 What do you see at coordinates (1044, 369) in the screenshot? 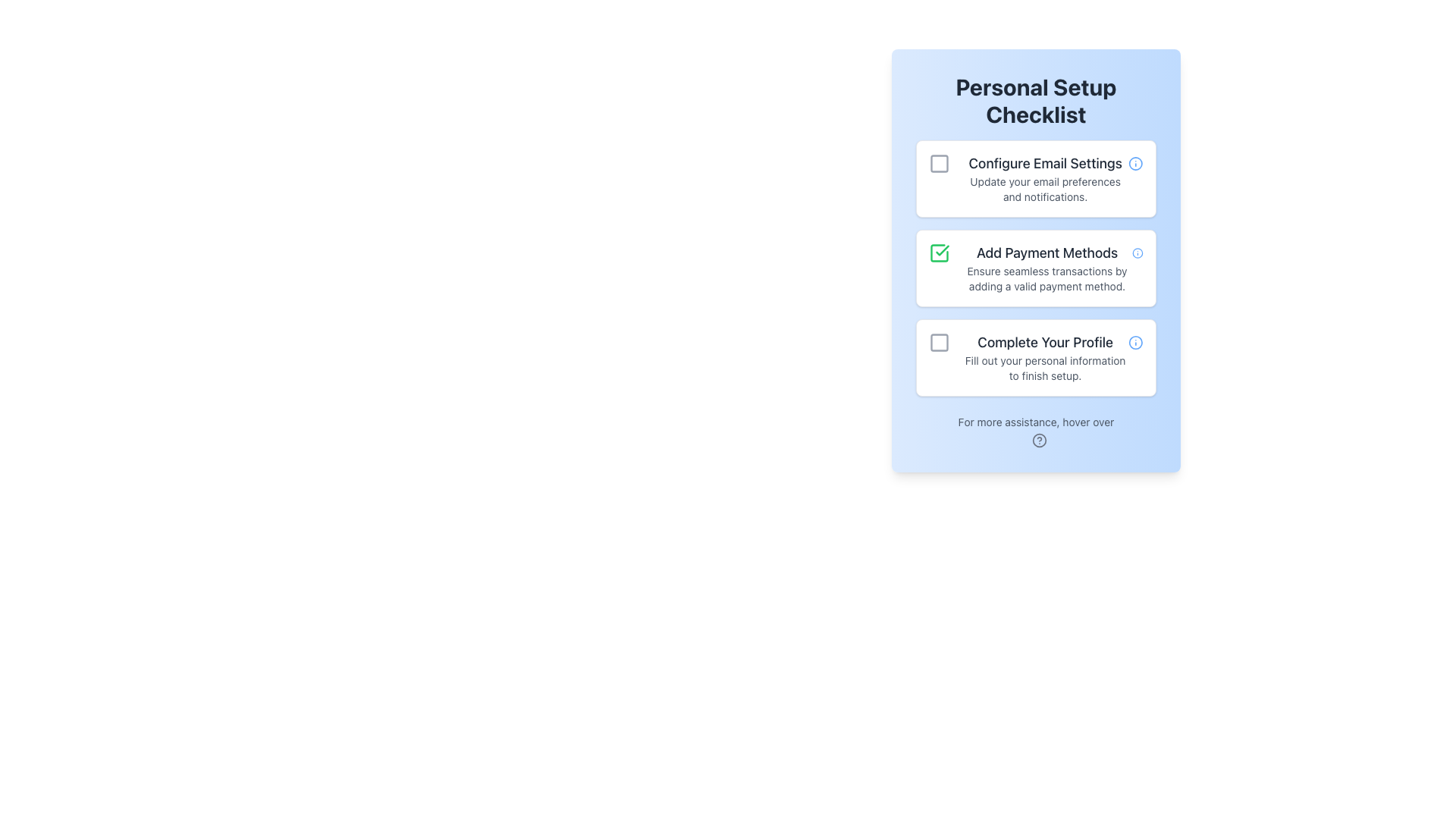
I see `the instructional text located directly below the 'Complete Your Profile' heading in the third checklist item of the 'Personal Setup Checklist' panel` at bounding box center [1044, 369].